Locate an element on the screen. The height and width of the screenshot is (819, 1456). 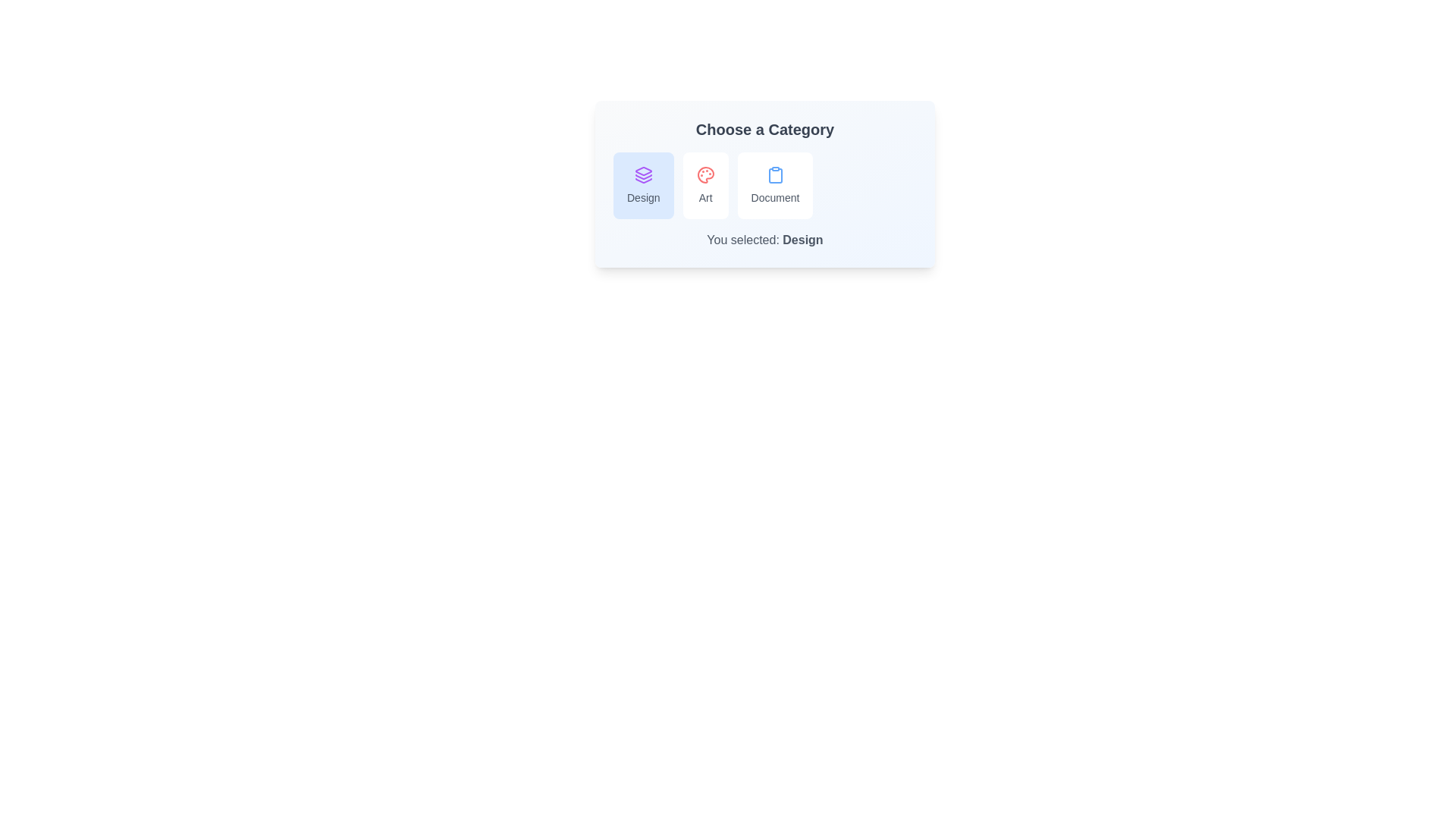
the category Design by clicking on its respective chip is located at coordinates (643, 185).